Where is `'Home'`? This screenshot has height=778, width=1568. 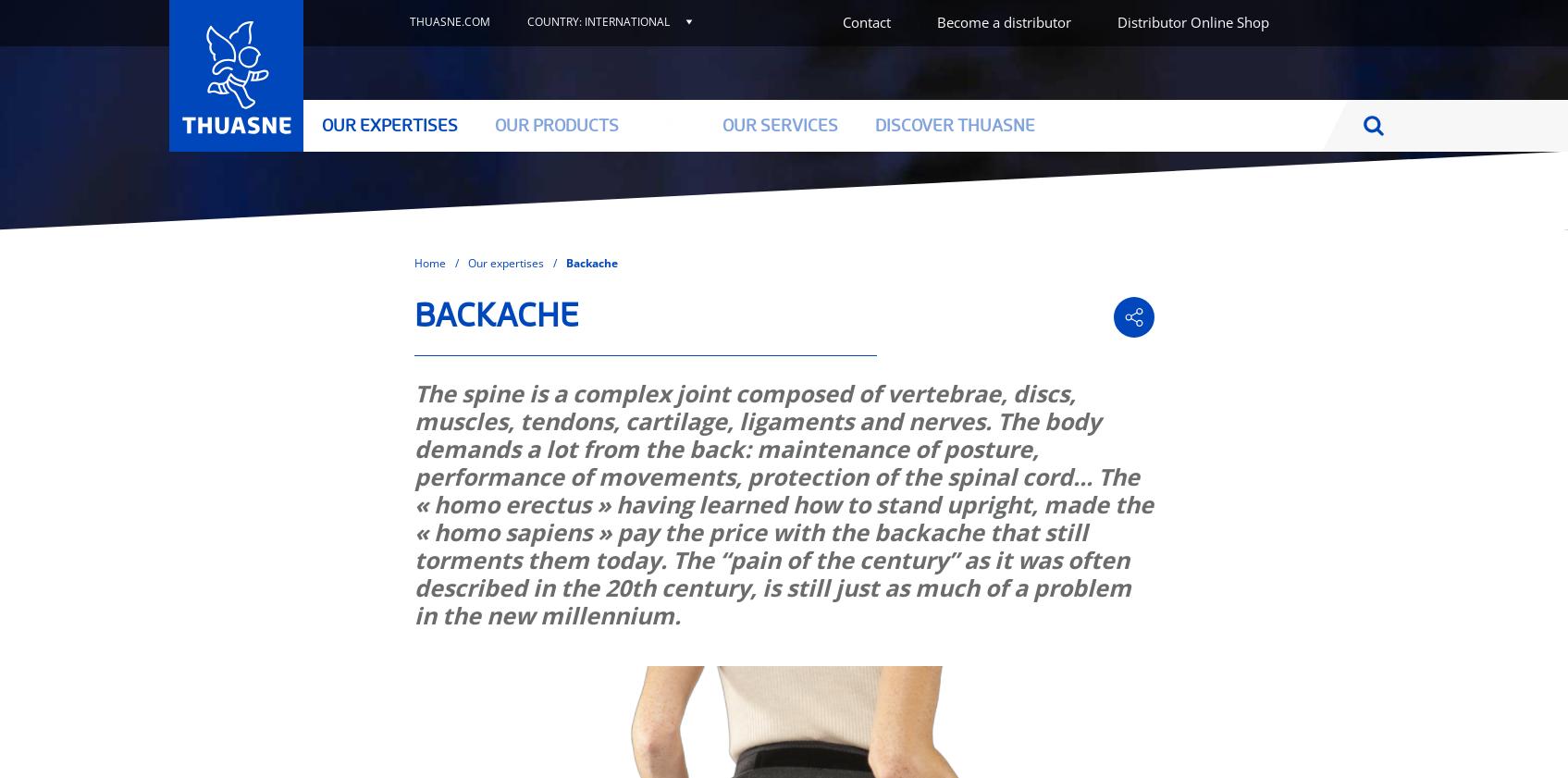 'Home' is located at coordinates (427, 261).